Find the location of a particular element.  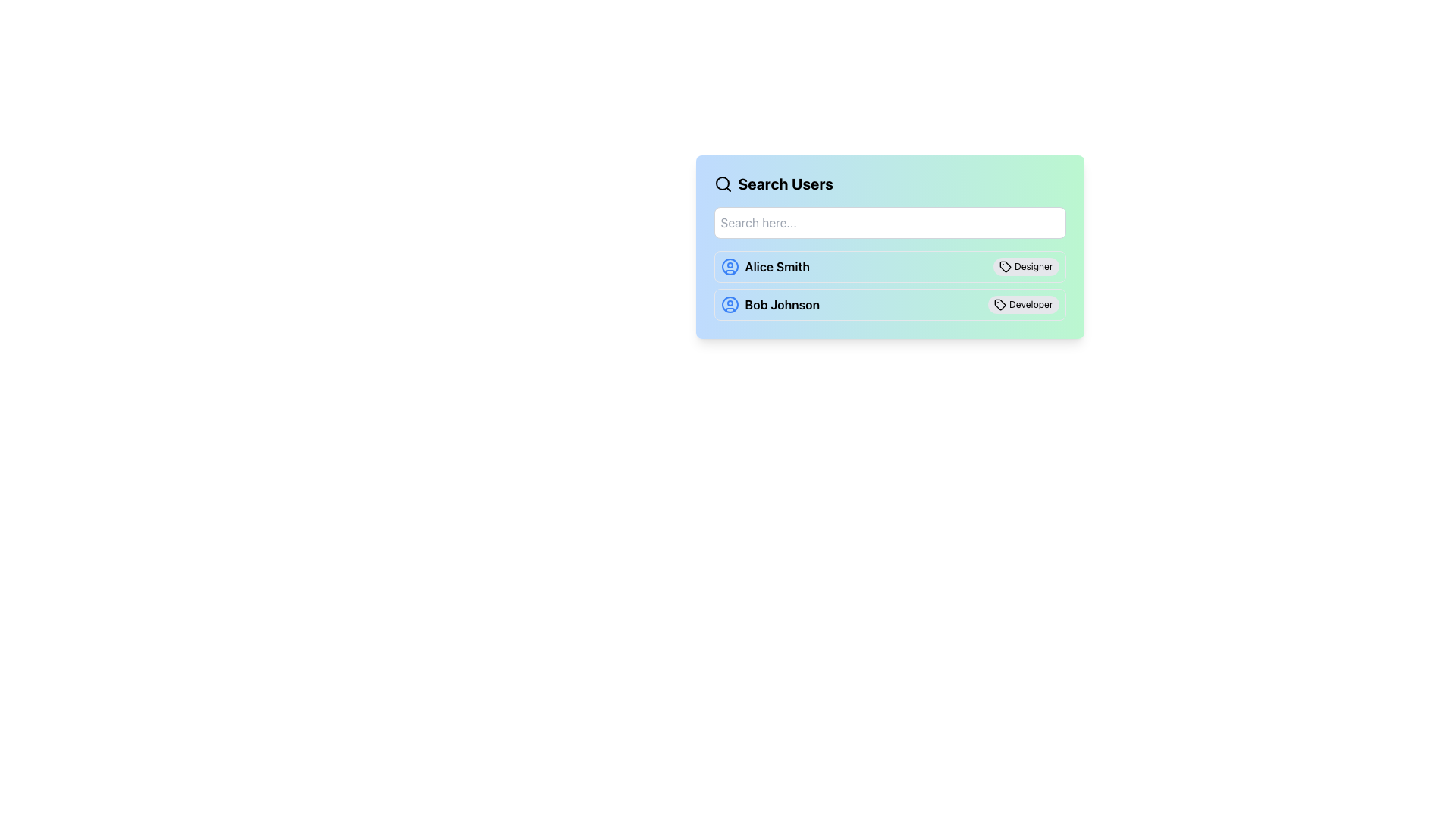

attributes of the SVG graphic icon representing the 'Developer' role, located in the right-aligned user entry is located at coordinates (1000, 304).